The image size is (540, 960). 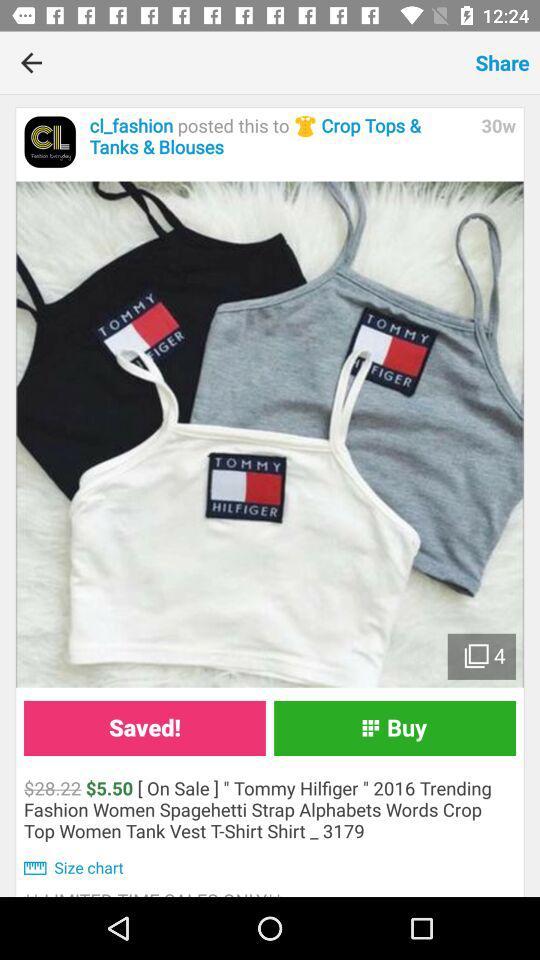 What do you see at coordinates (264, 62) in the screenshot?
I see `the item next to the share icon` at bounding box center [264, 62].